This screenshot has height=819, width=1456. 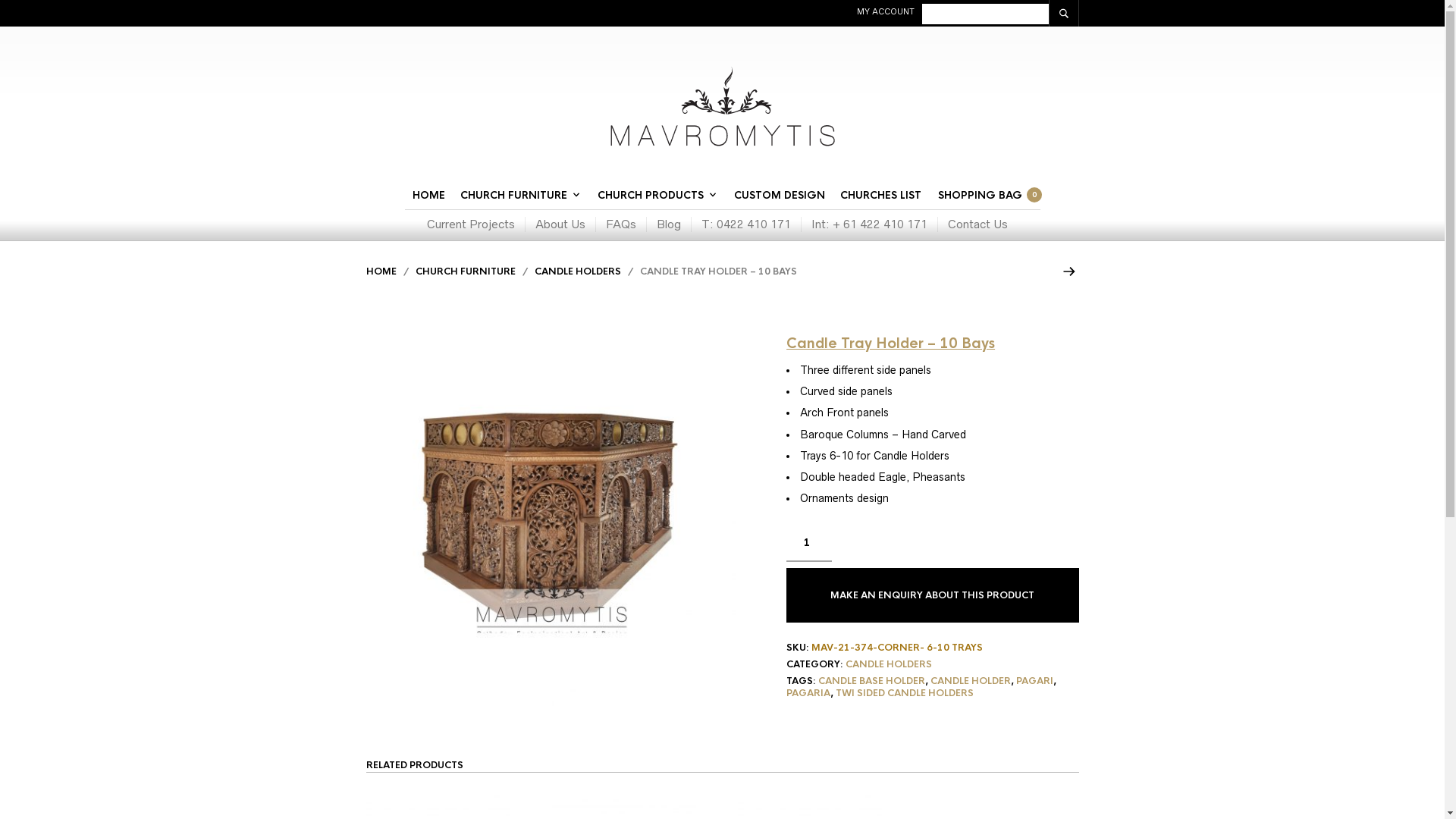 What do you see at coordinates (475, 224) in the screenshot?
I see `'Current Projects'` at bounding box center [475, 224].